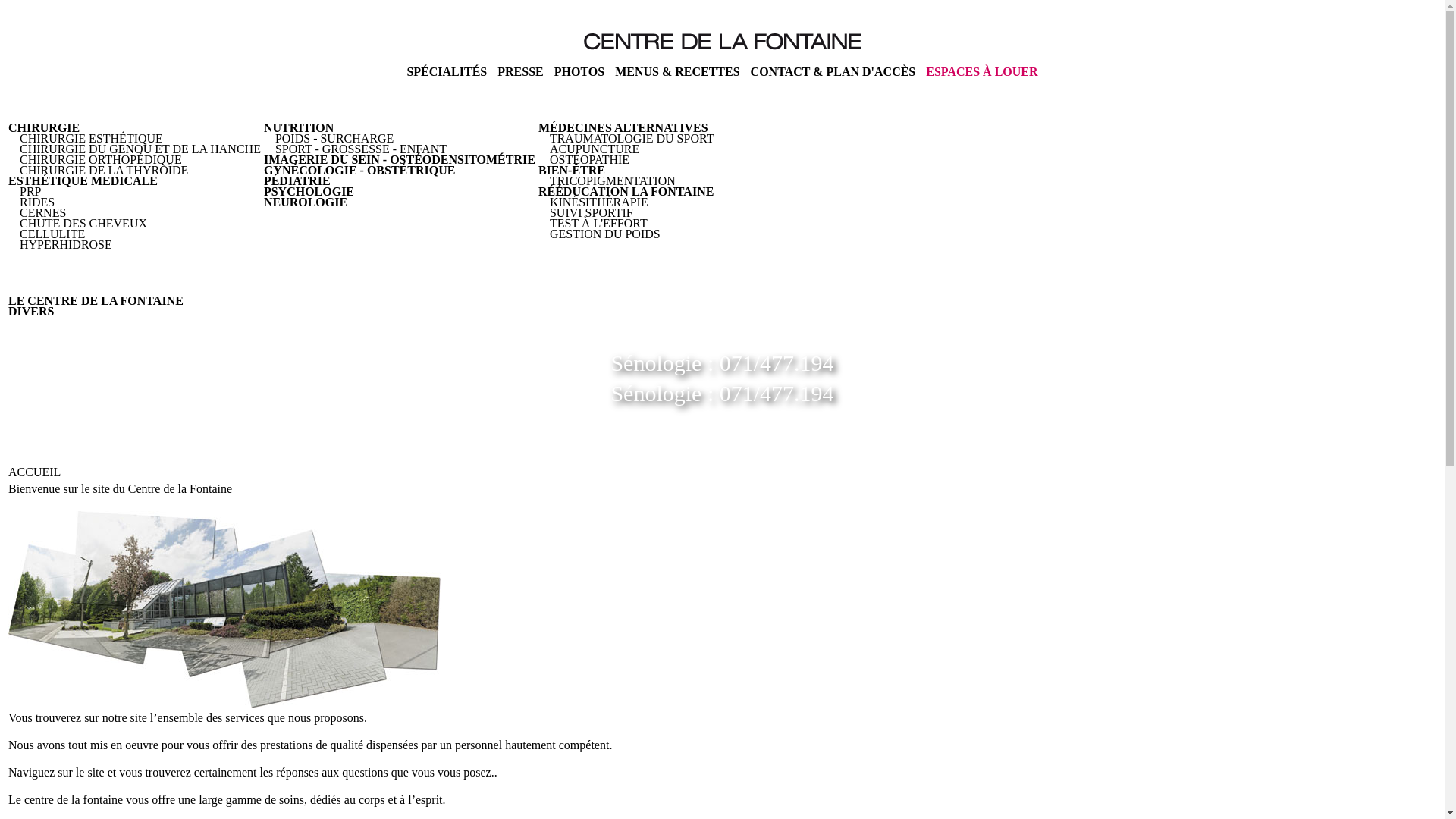  Describe the element at coordinates (578, 71) in the screenshot. I see `'PHOTOS'` at that location.